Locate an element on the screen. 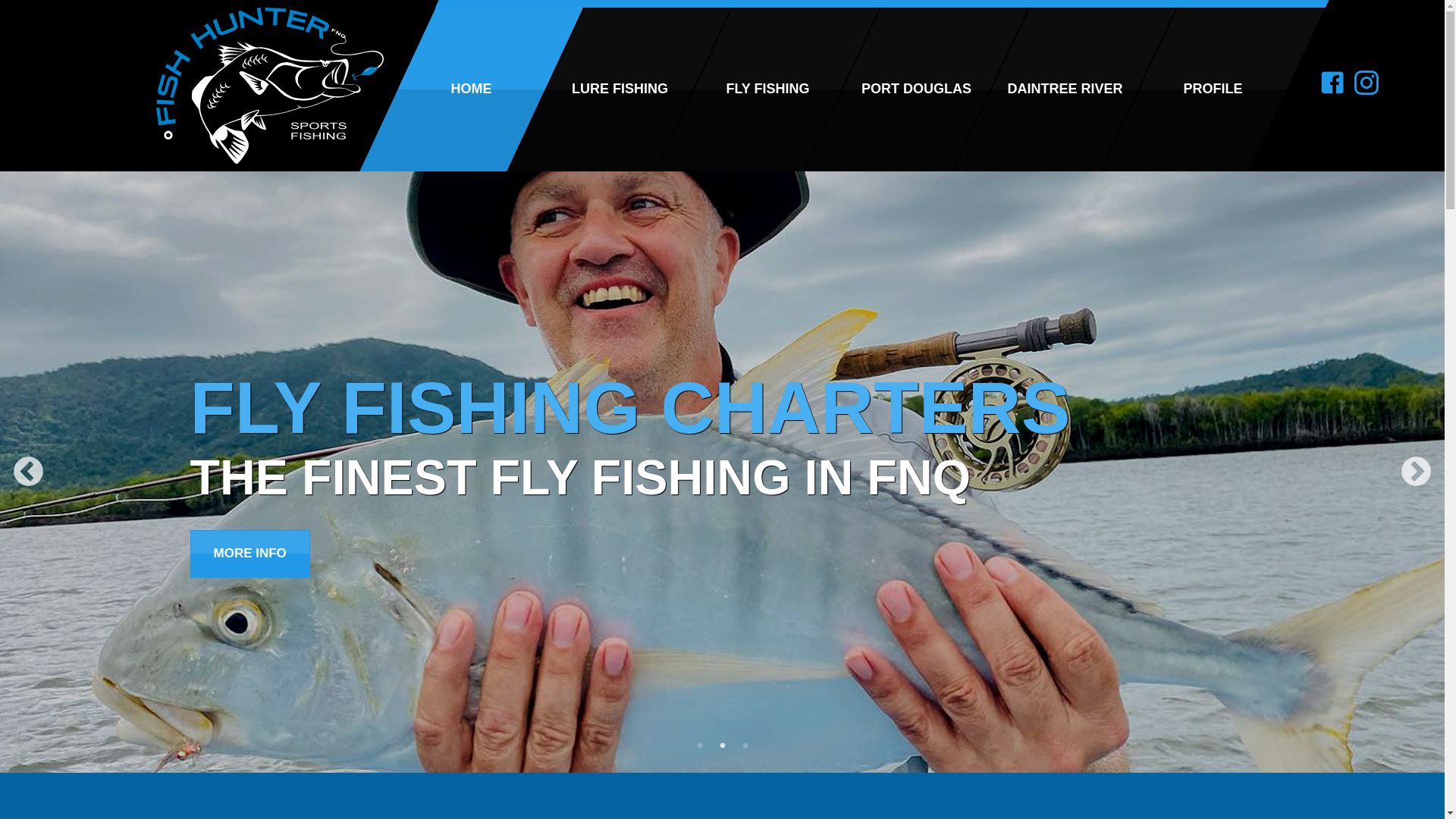 This screenshot has height=819, width=1456. 'FLY FISHING' is located at coordinates (729, 89).